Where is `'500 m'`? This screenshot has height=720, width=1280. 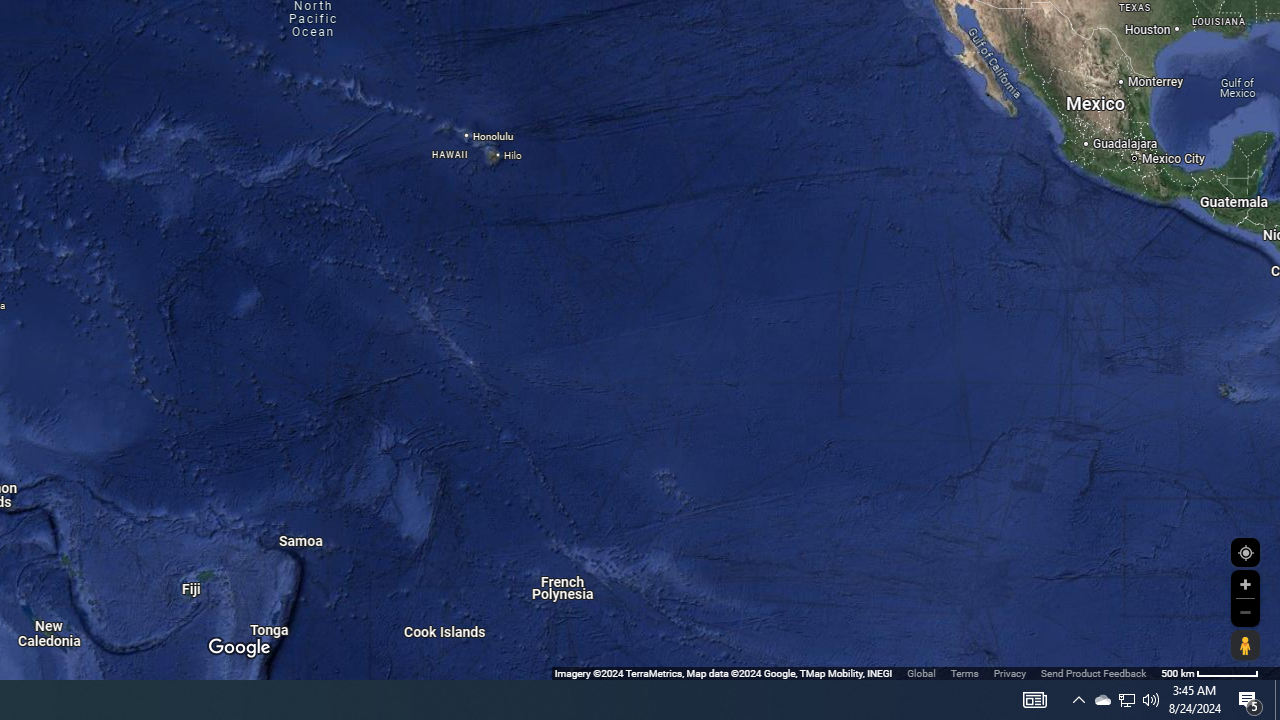 '500 m' is located at coordinates (1209, 673).